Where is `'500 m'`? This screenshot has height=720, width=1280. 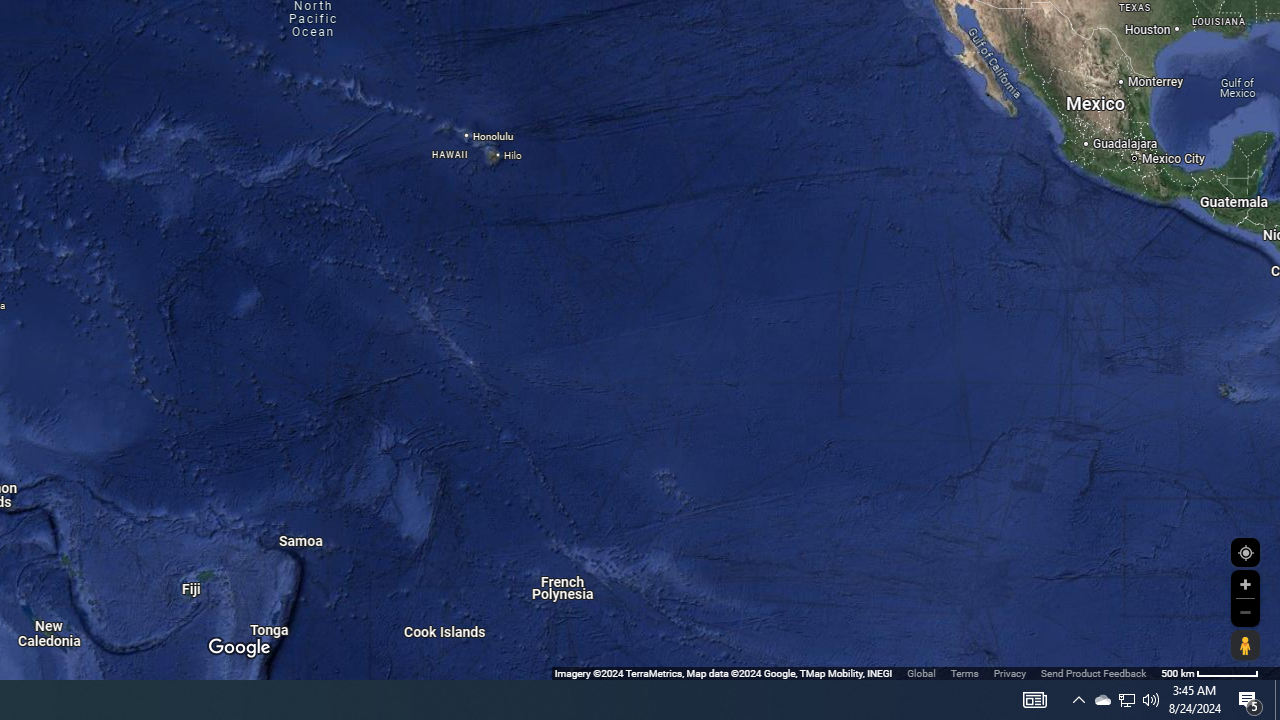 '500 m' is located at coordinates (1209, 673).